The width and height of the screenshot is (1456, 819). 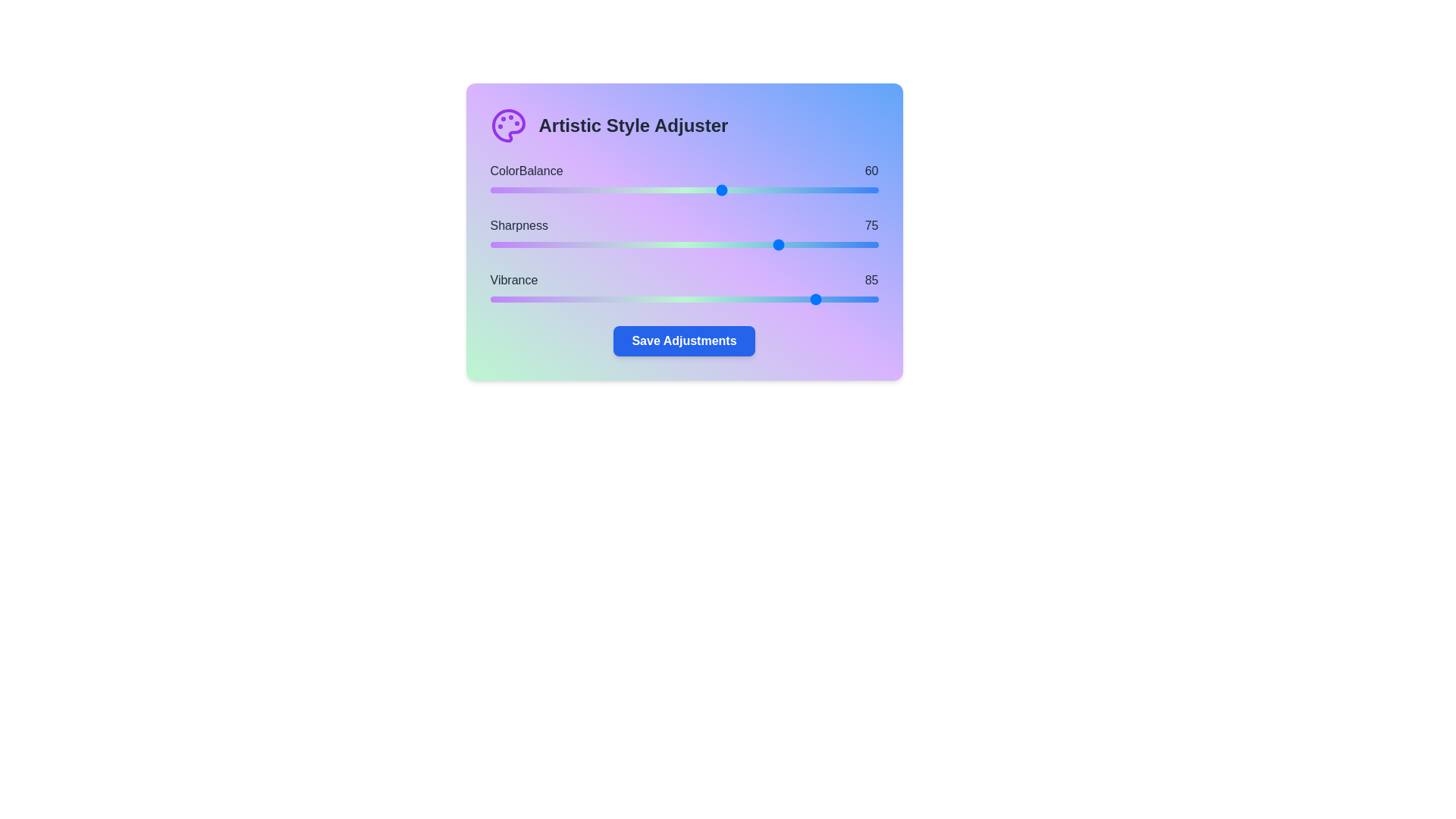 I want to click on the 'Save' button located at the bottom of the 'Artistic Style Adjuster' card, which allows users to save adjustments made using the sliders for Color Balance, Sharpness, and Vibrance, so click(x=683, y=341).